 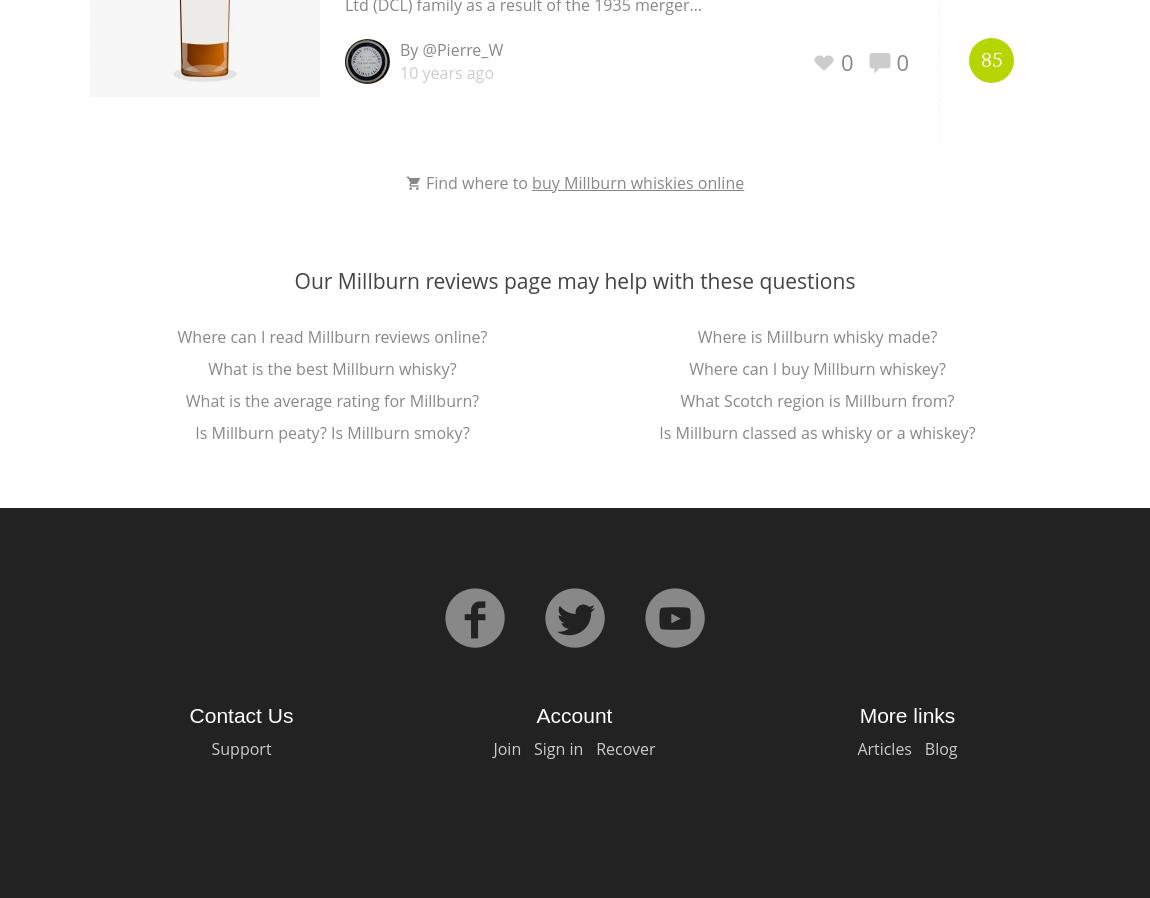 What do you see at coordinates (493, 748) in the screenshot?
I see `'Join'` at bounding box center [493, 748].